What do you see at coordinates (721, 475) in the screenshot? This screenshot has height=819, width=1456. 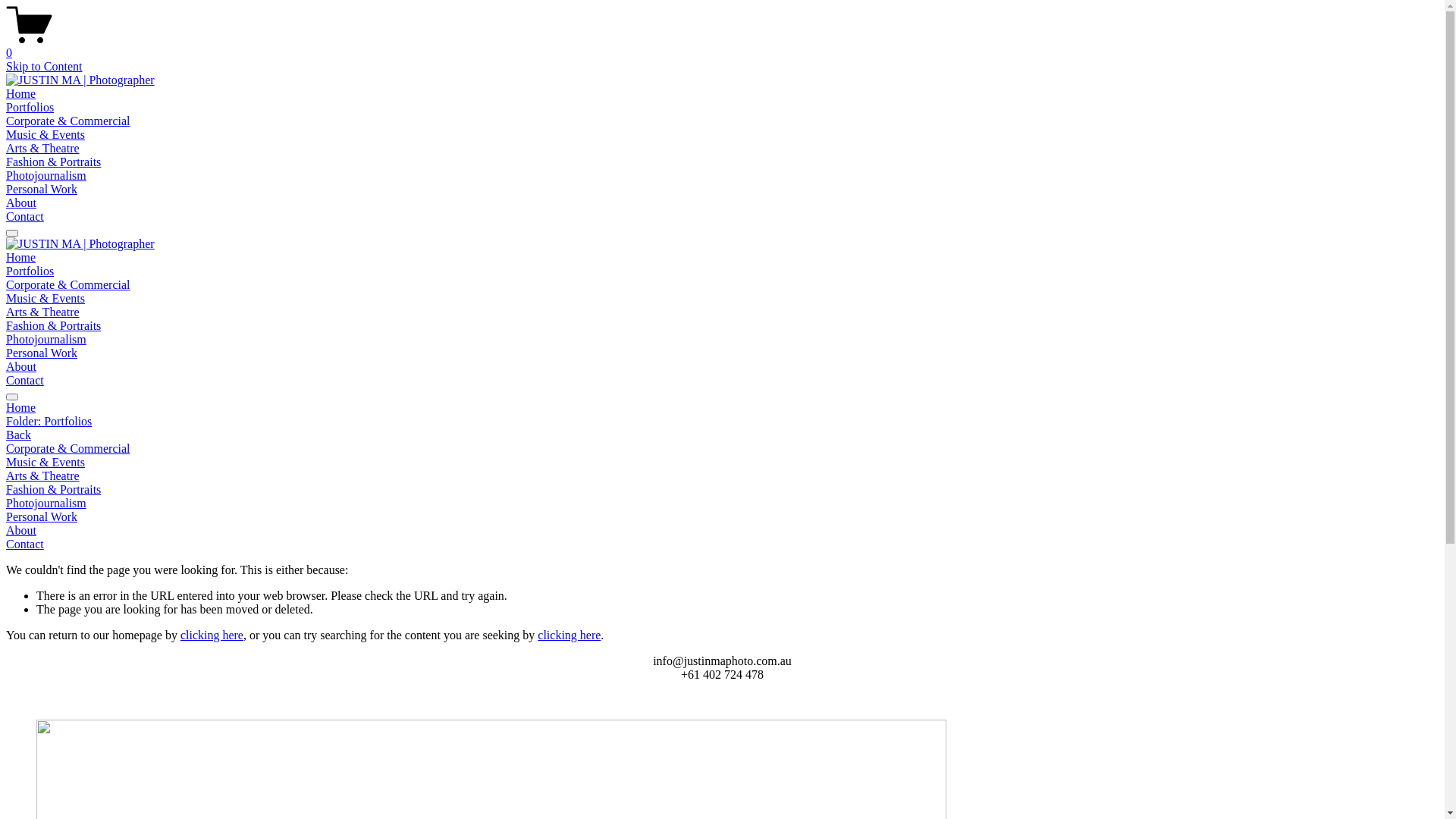 I see `'Arts & Theatre'` at bounding box center [721, 475].